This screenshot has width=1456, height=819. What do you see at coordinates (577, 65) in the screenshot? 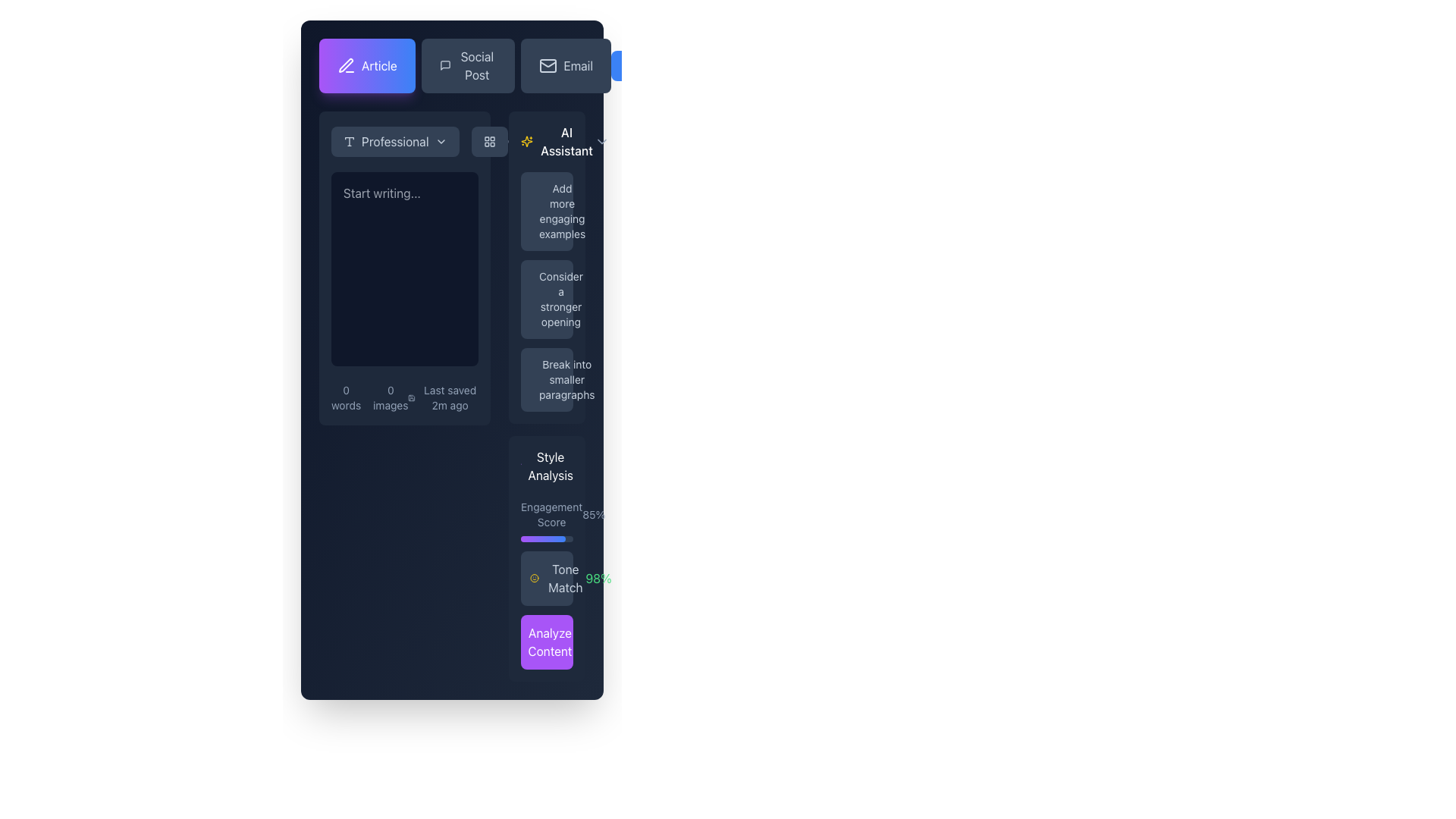
I see `the text label displaying 'Email' in light gray color, located to the right of the 'Social Post' button at the top right of the interface` at bounding box center [577, 65].